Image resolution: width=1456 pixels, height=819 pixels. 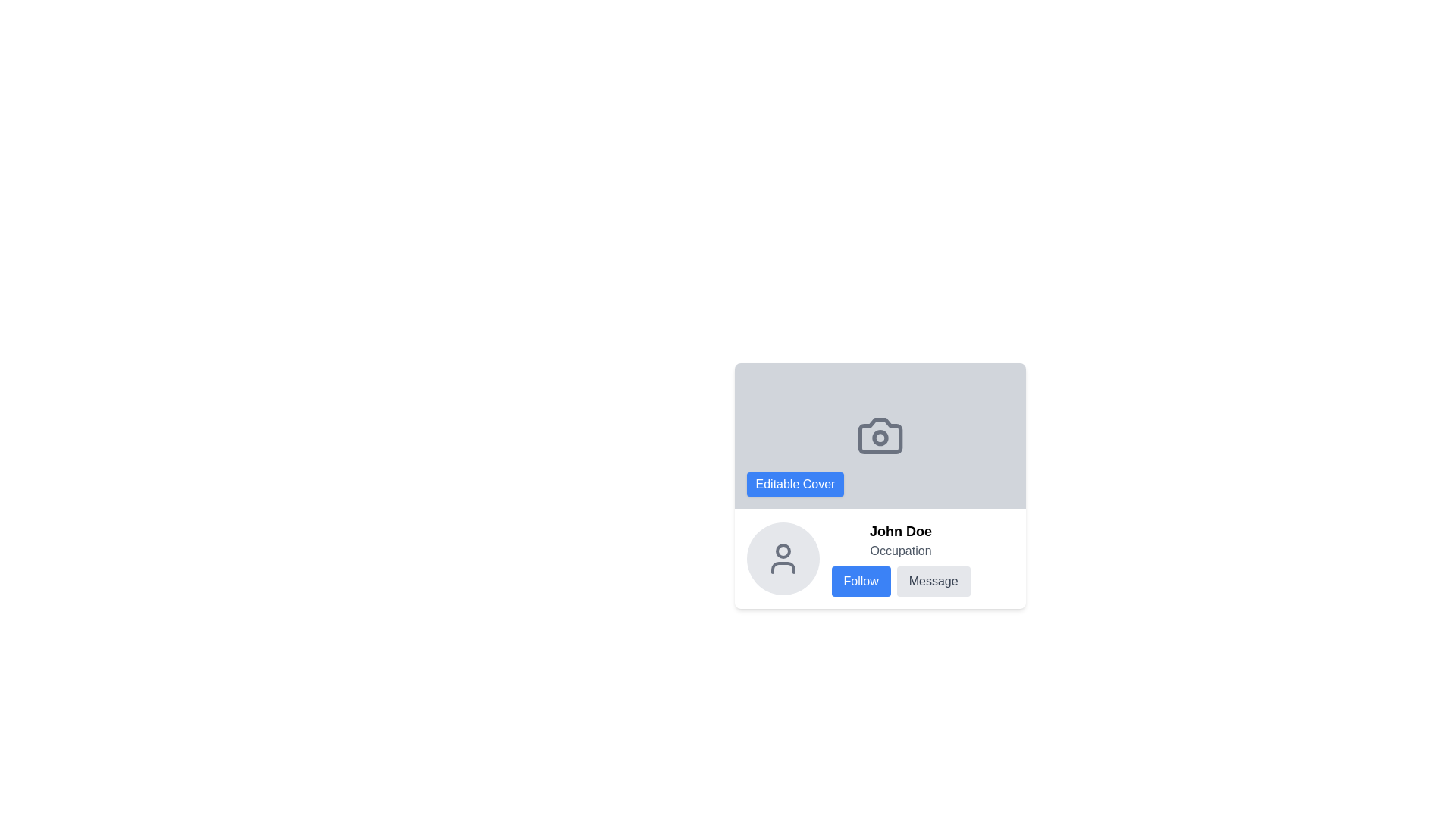 What do you see at coordinates (880, 438) in the screenshot?
I see `the decorative graphical element within the camera icon to assess the color change on hover` at bounding box center [880, 438].